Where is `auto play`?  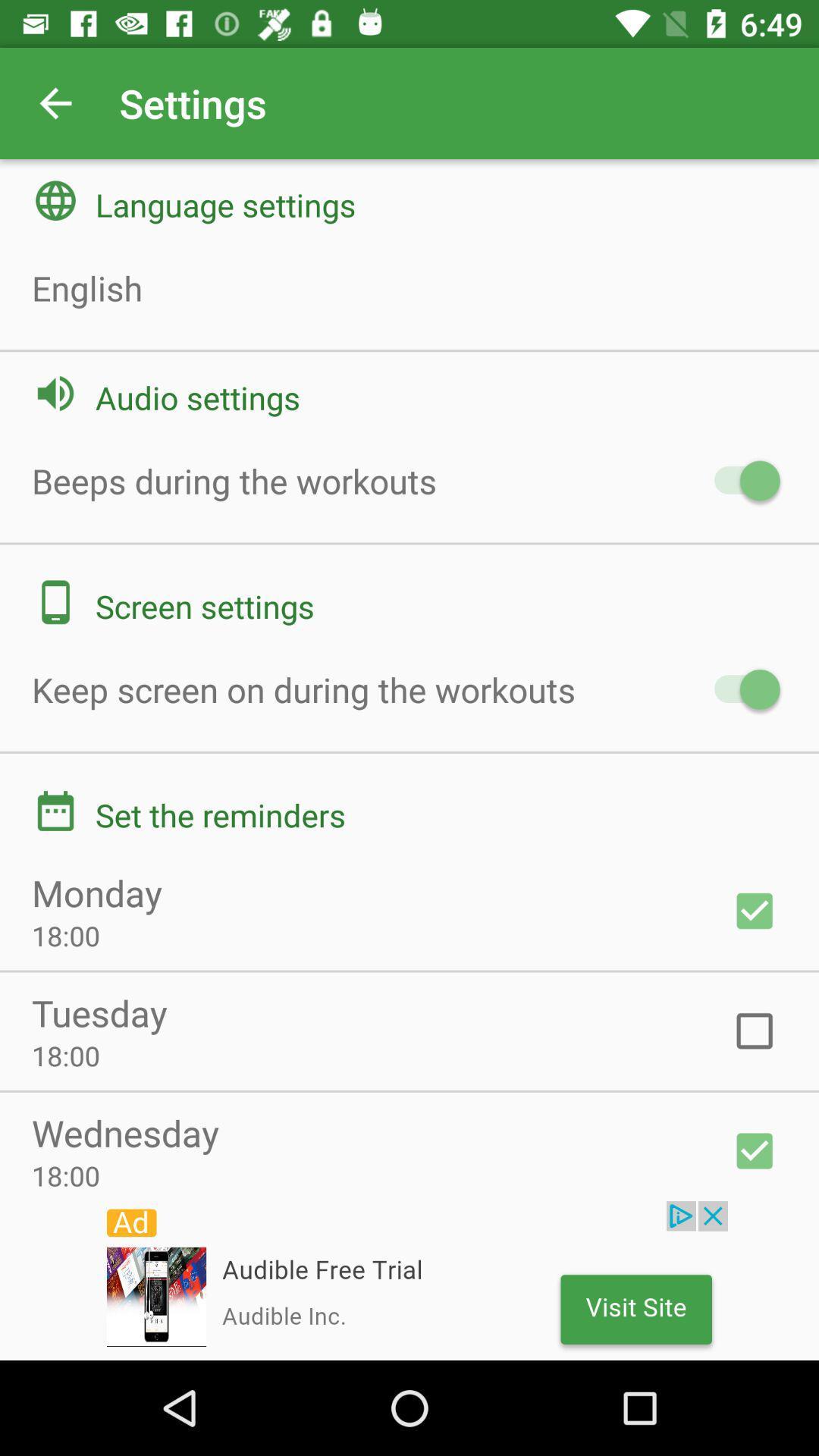
auto play is located at coordinates (739, 480).